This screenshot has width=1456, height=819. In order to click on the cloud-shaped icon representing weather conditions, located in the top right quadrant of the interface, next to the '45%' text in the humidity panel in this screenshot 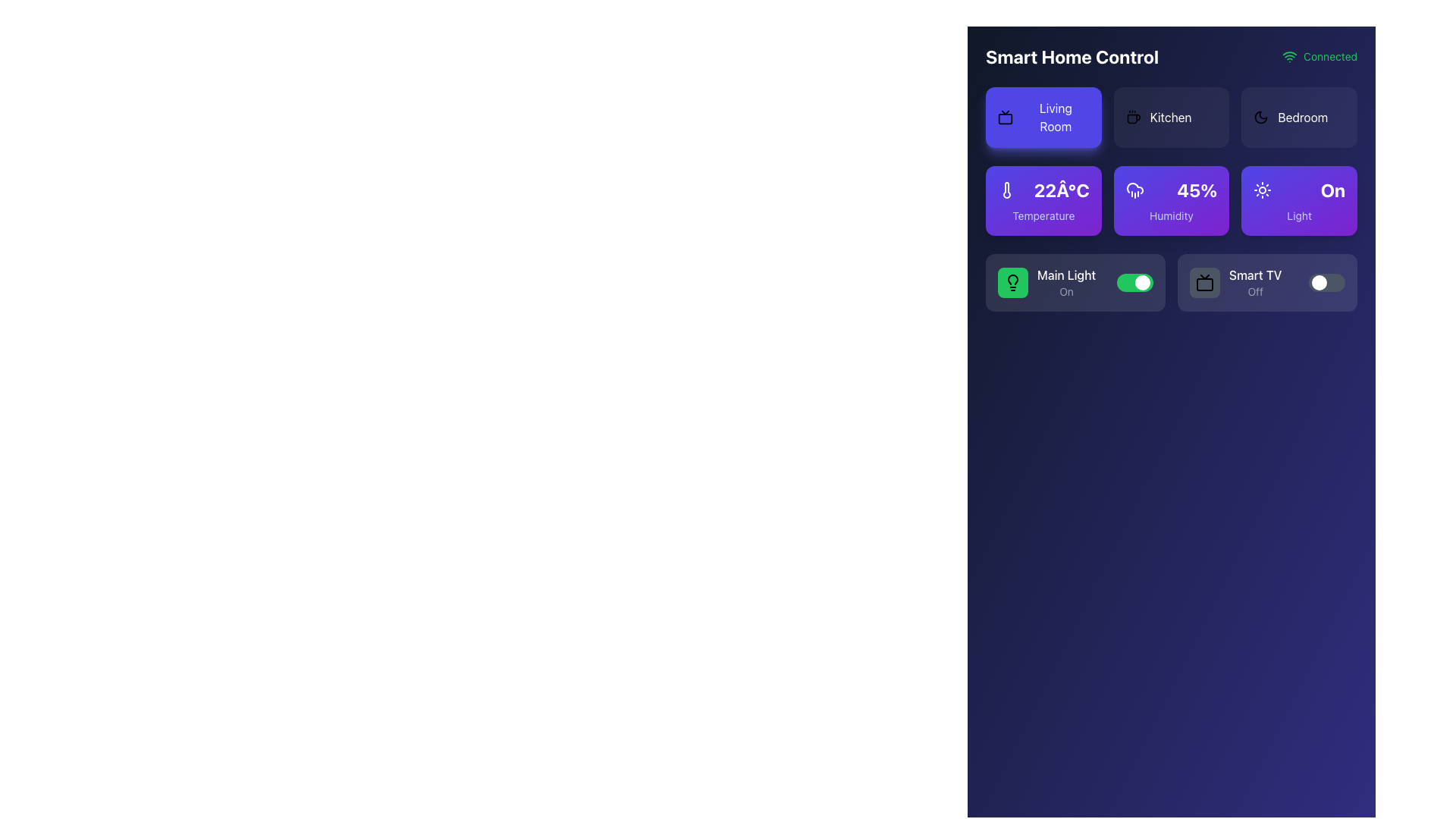, I will do `click(1134, 187)`.